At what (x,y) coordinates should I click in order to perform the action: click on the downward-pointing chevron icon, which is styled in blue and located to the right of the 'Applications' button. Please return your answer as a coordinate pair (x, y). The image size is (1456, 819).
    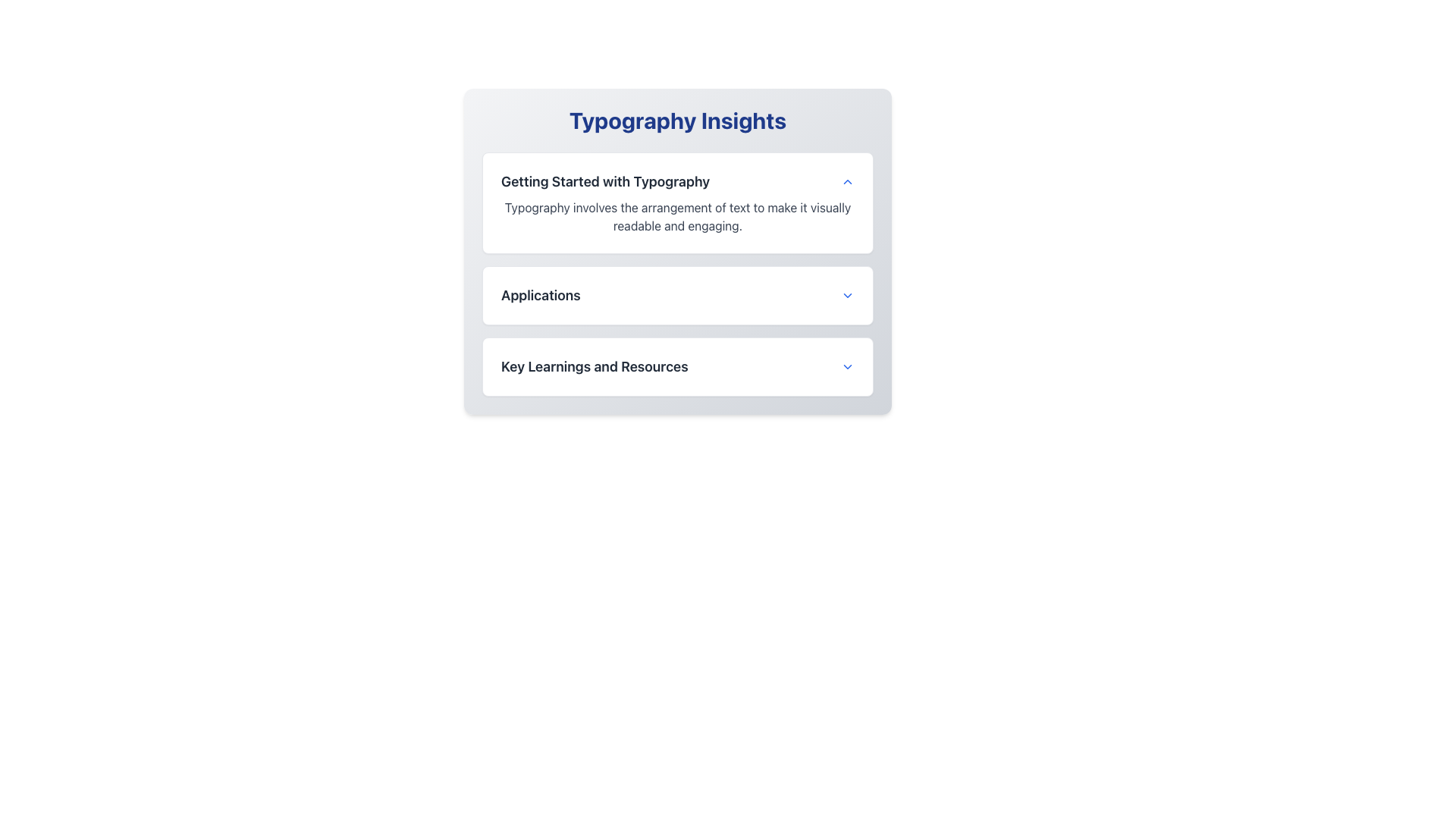
    Looking at the image, I should click on (847, 295).